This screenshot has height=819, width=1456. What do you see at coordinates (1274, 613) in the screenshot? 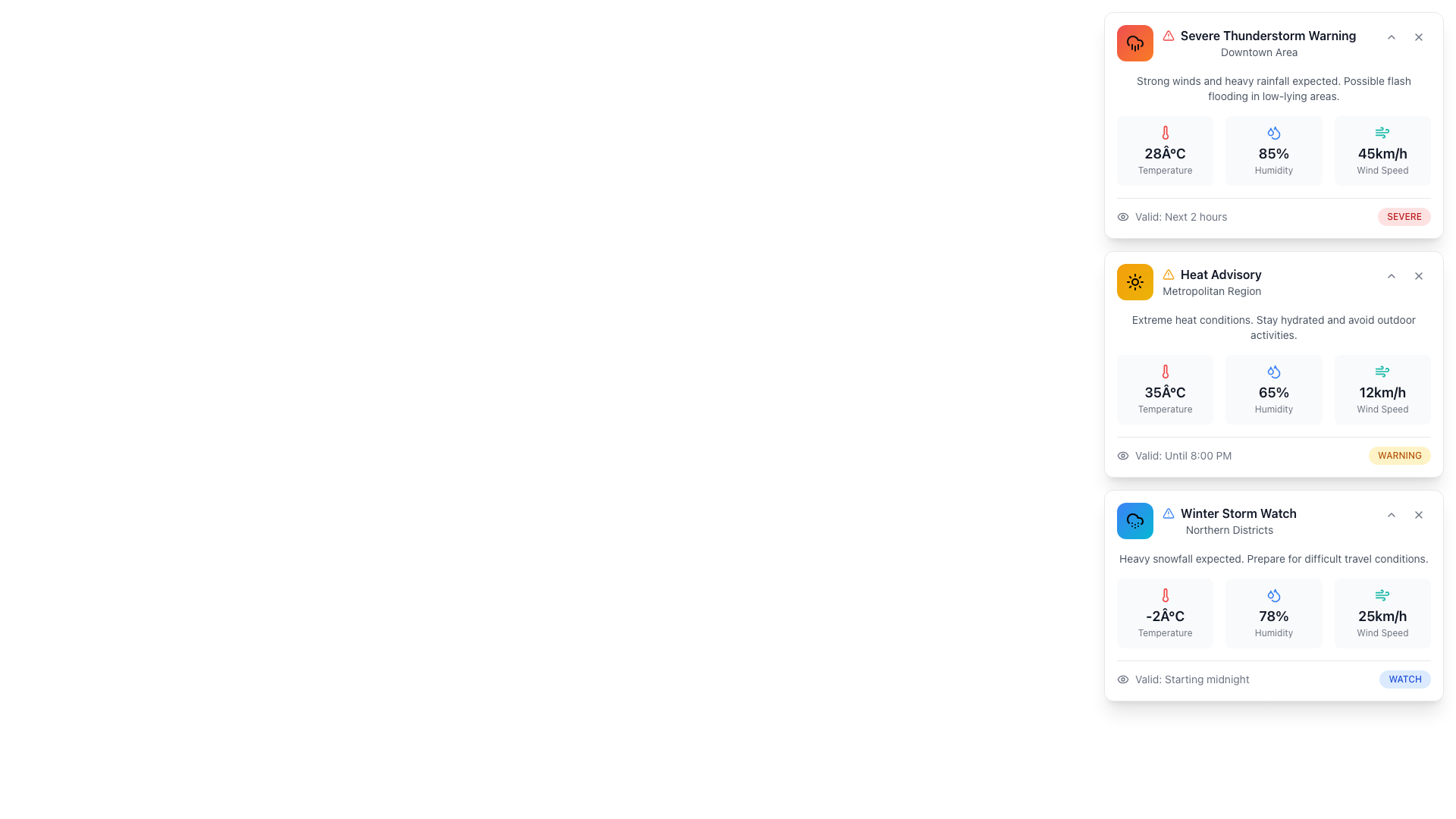
I see `humidity value displayed in the weather information card segment, which shows '78%' and is located at the bottom-right section of the panel` at bounding box center [1274, 613].